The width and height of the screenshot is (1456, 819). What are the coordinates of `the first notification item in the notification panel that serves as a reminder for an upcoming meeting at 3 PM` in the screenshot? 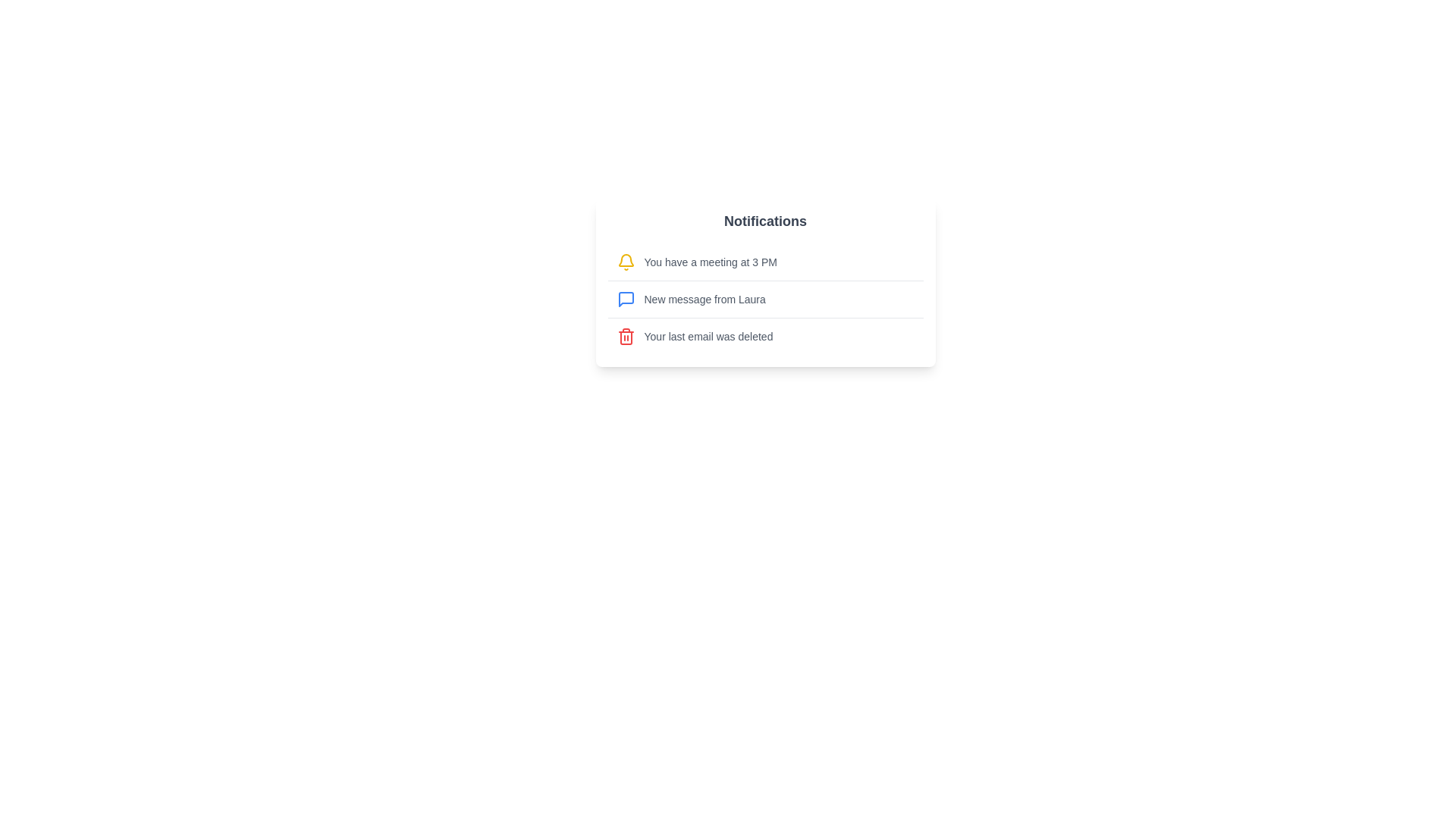 It's located at (765, 262).